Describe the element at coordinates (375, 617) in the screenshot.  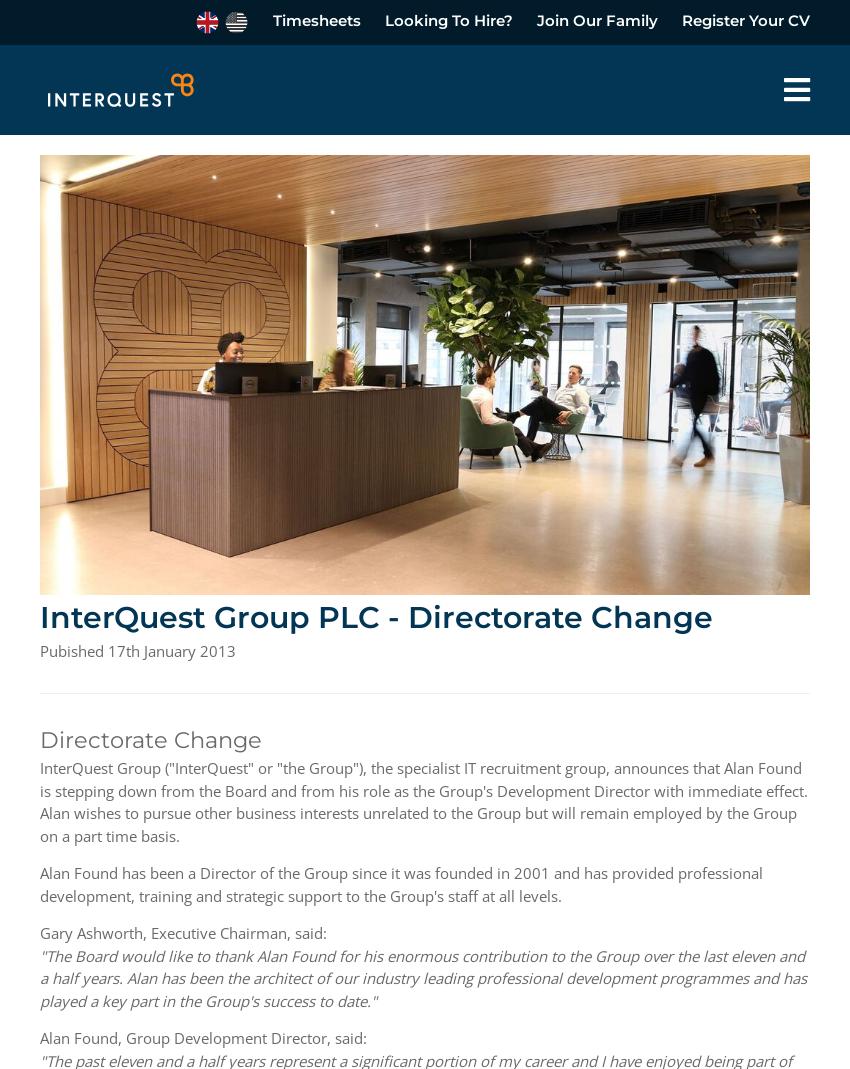
I see `'InterQuest Group PLC - Directorate Change'` at that location.